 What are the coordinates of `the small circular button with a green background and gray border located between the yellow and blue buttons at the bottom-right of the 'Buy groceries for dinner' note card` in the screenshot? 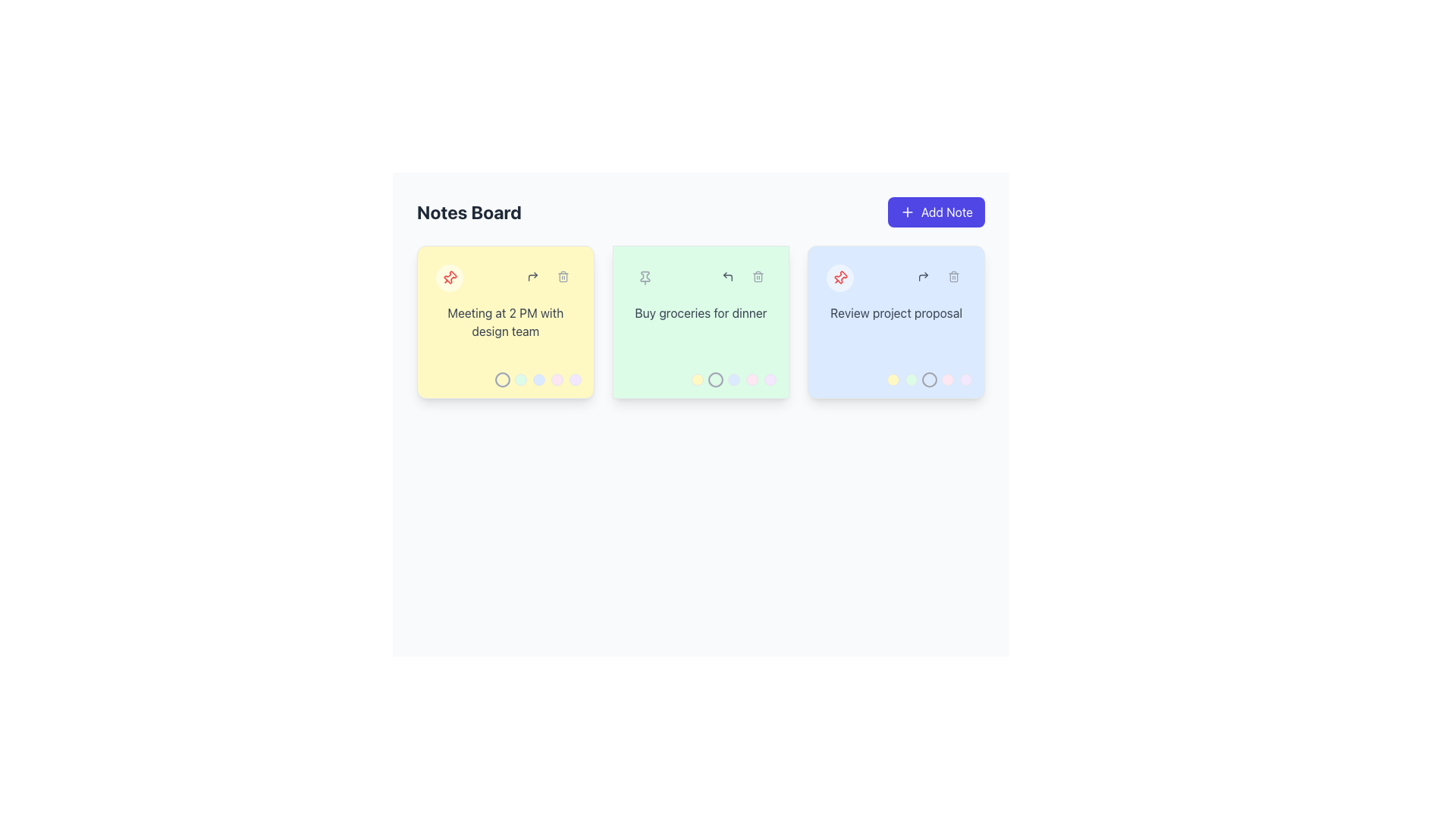 It's located at (715, 379).